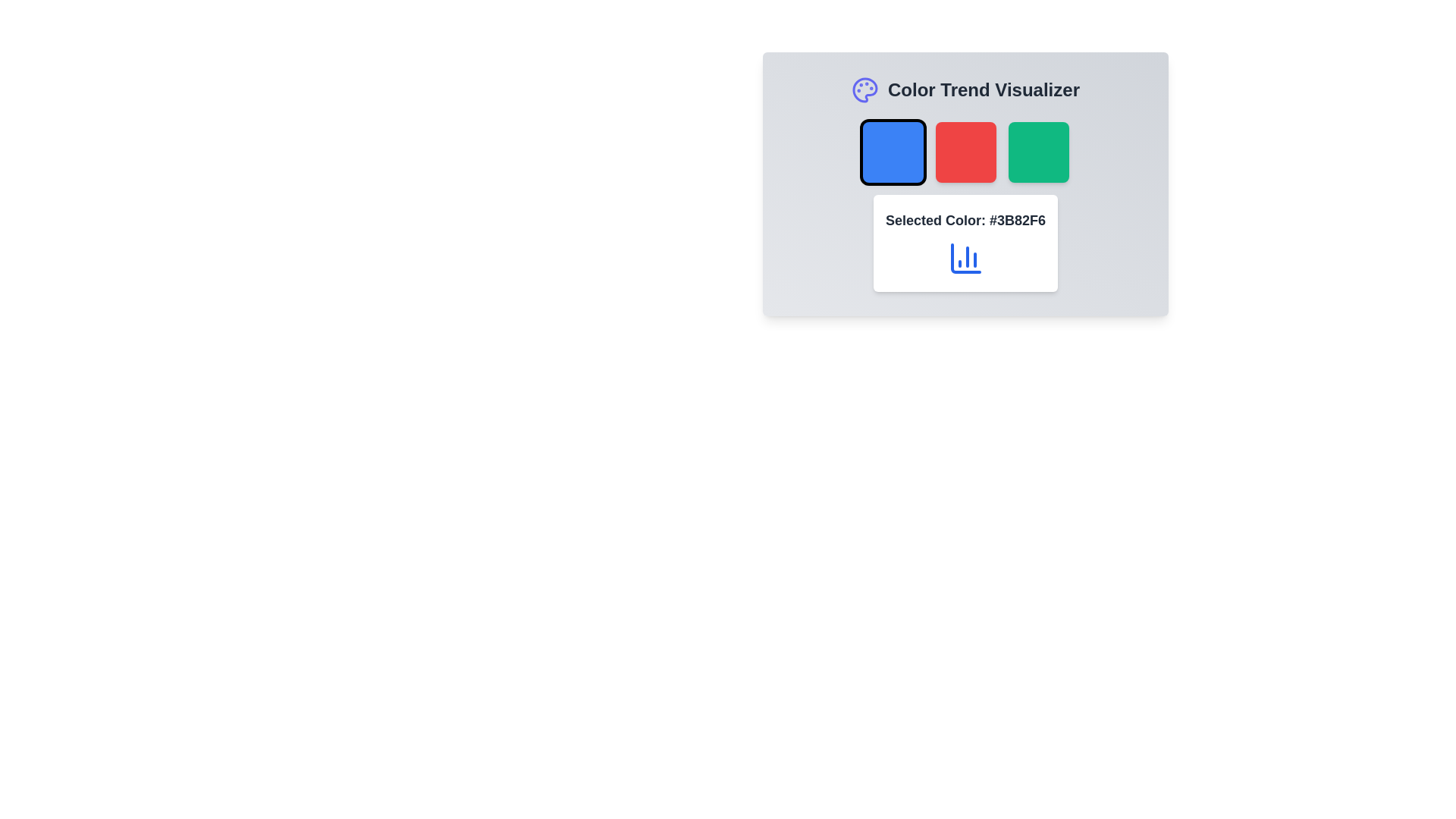  I want to click on the static text displaying the currently selected color and its hex code, located at the top of the white card, so click(965, 220).